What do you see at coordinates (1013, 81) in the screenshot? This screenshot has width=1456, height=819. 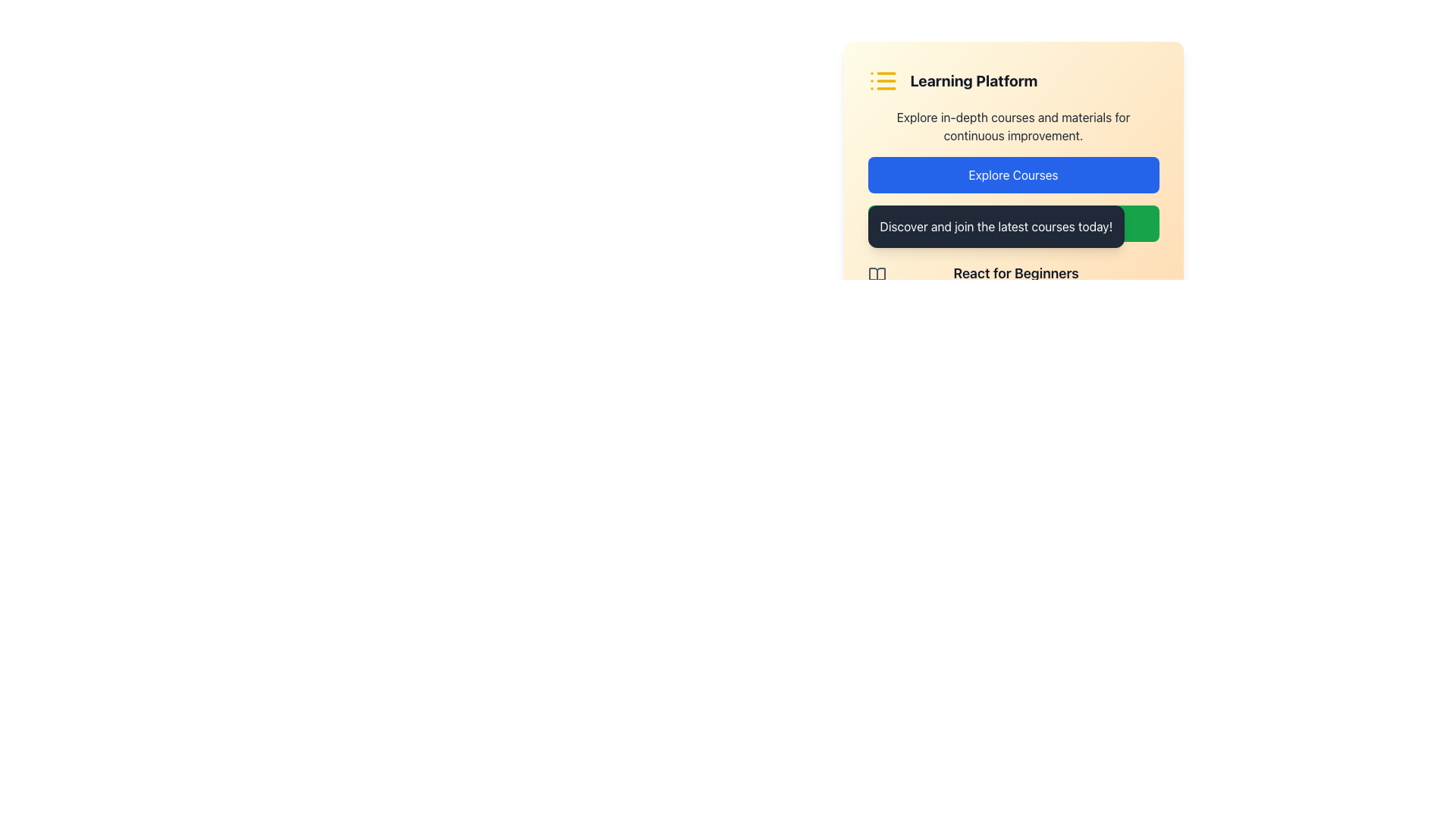 I see `the 'Learning Platform' heading located at the top left of the card-like section` at bounding box center [1013, 81].